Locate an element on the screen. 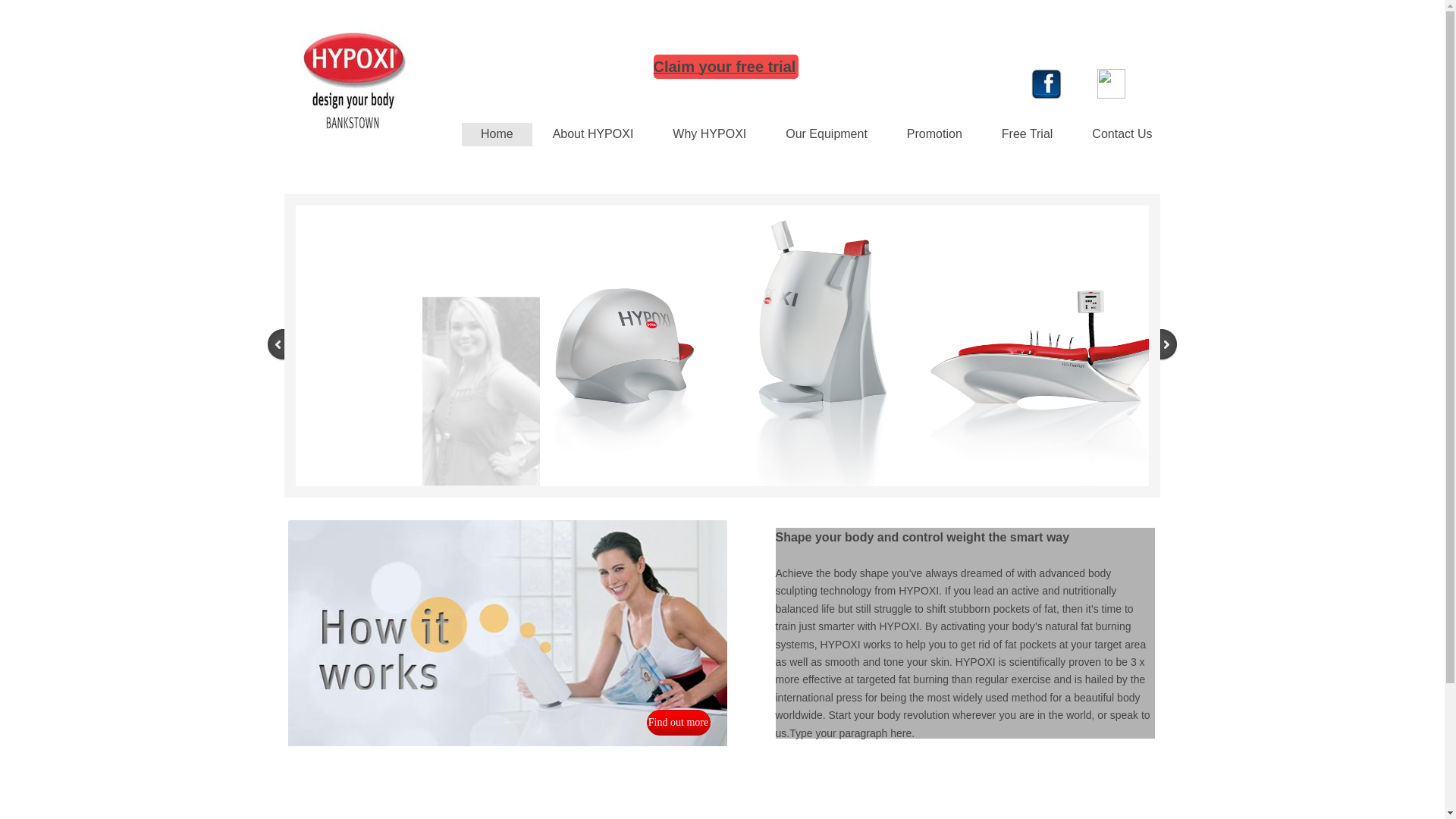 Image resolution: width=1456 pixels, height=819 pixels. 'Free Trial' is located at coordinates (1027, 133).